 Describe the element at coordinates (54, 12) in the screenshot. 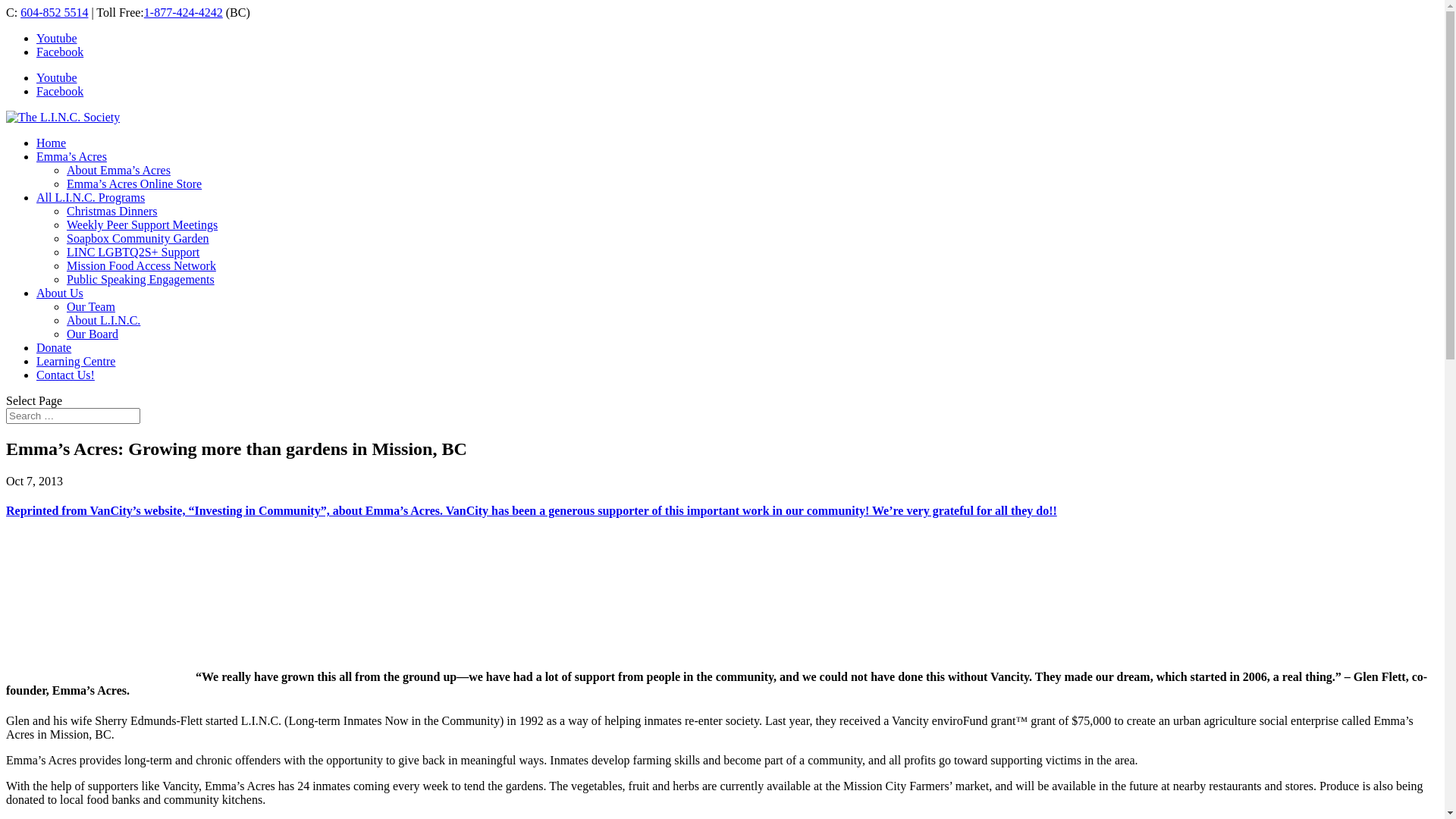

I see `'604-852 5514'` at that location.